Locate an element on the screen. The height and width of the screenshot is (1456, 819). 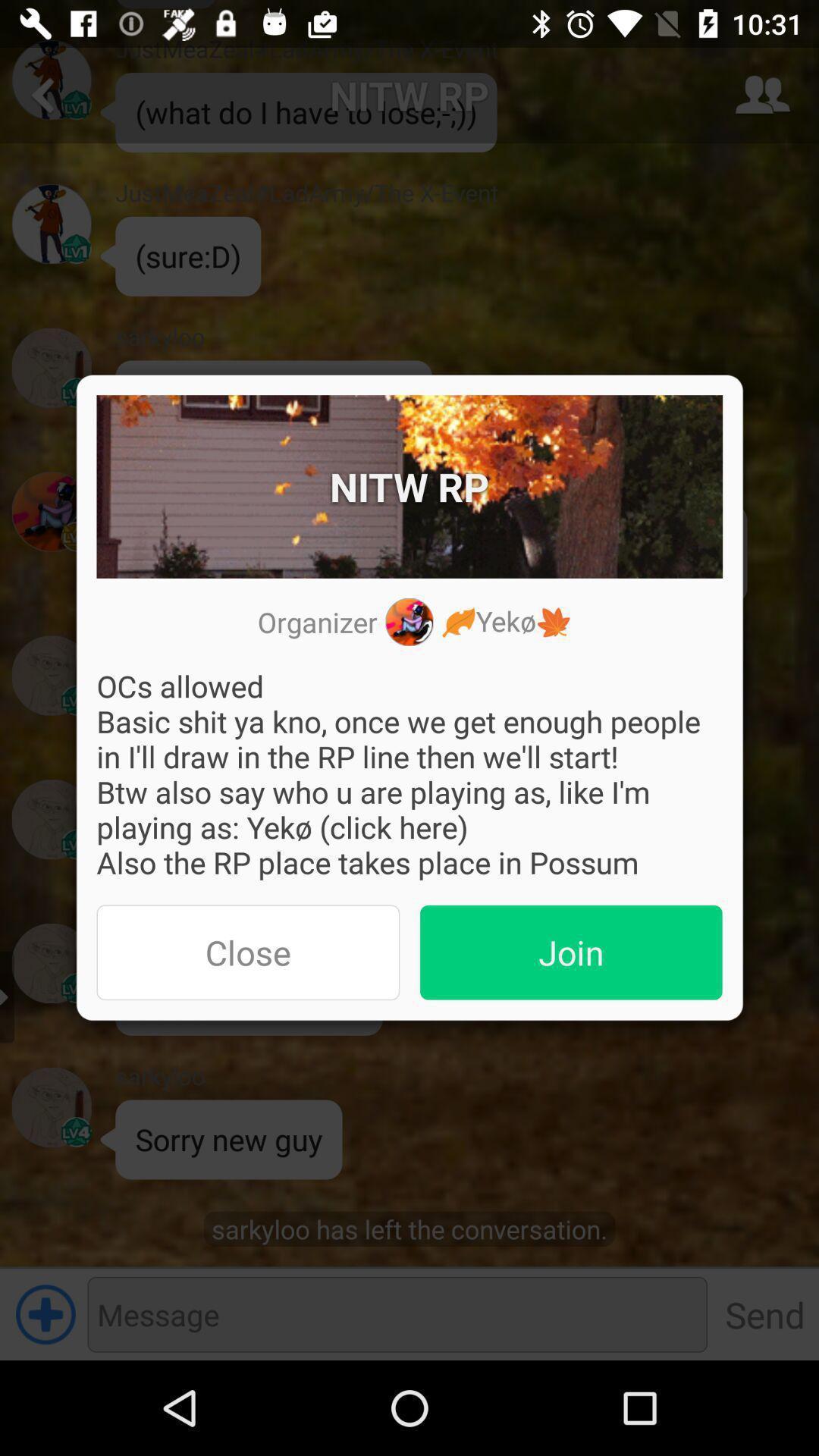
button next to the join icon is located at coordinates (247, 952).